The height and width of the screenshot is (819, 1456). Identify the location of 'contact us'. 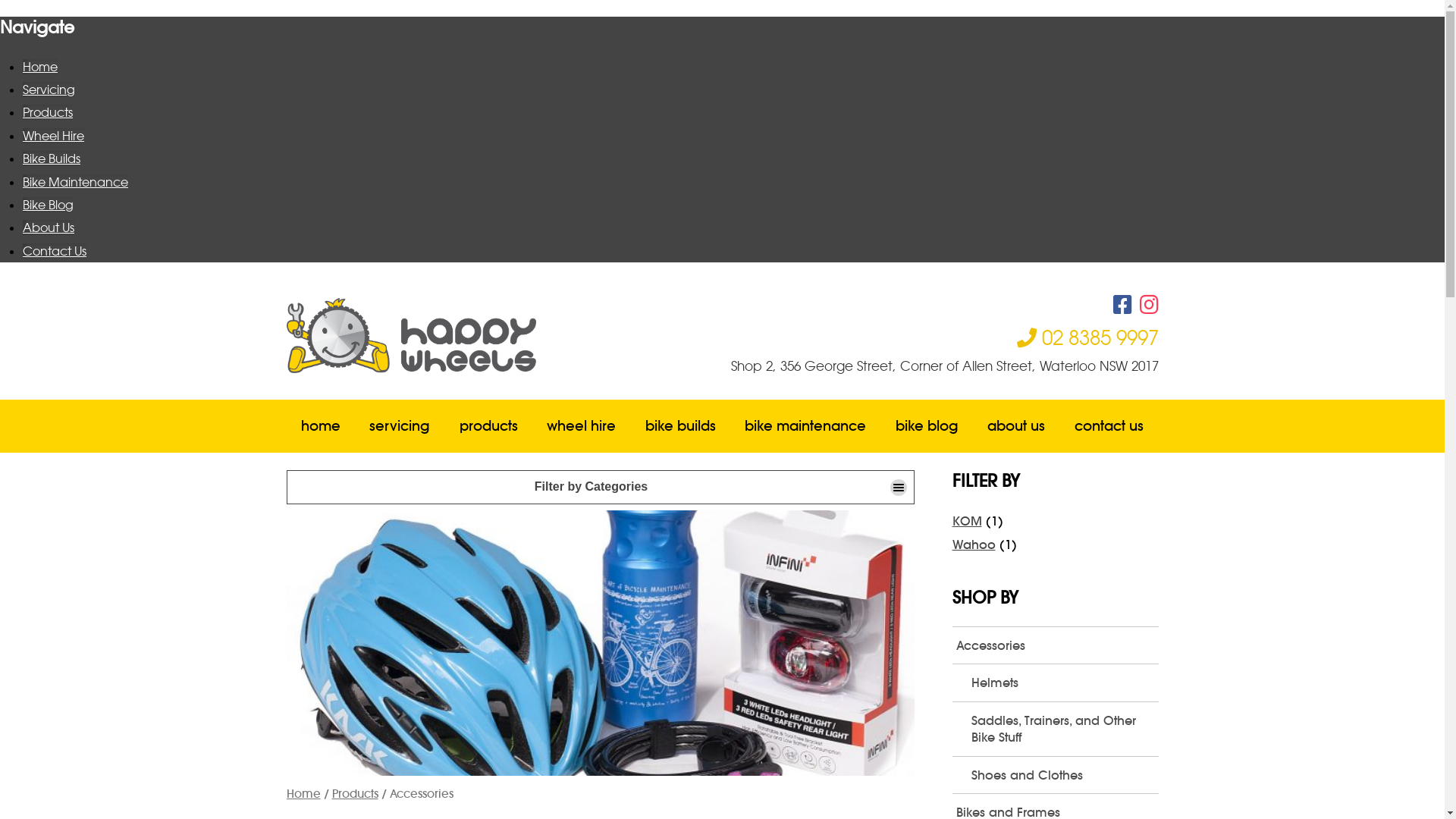
(1059, 426).